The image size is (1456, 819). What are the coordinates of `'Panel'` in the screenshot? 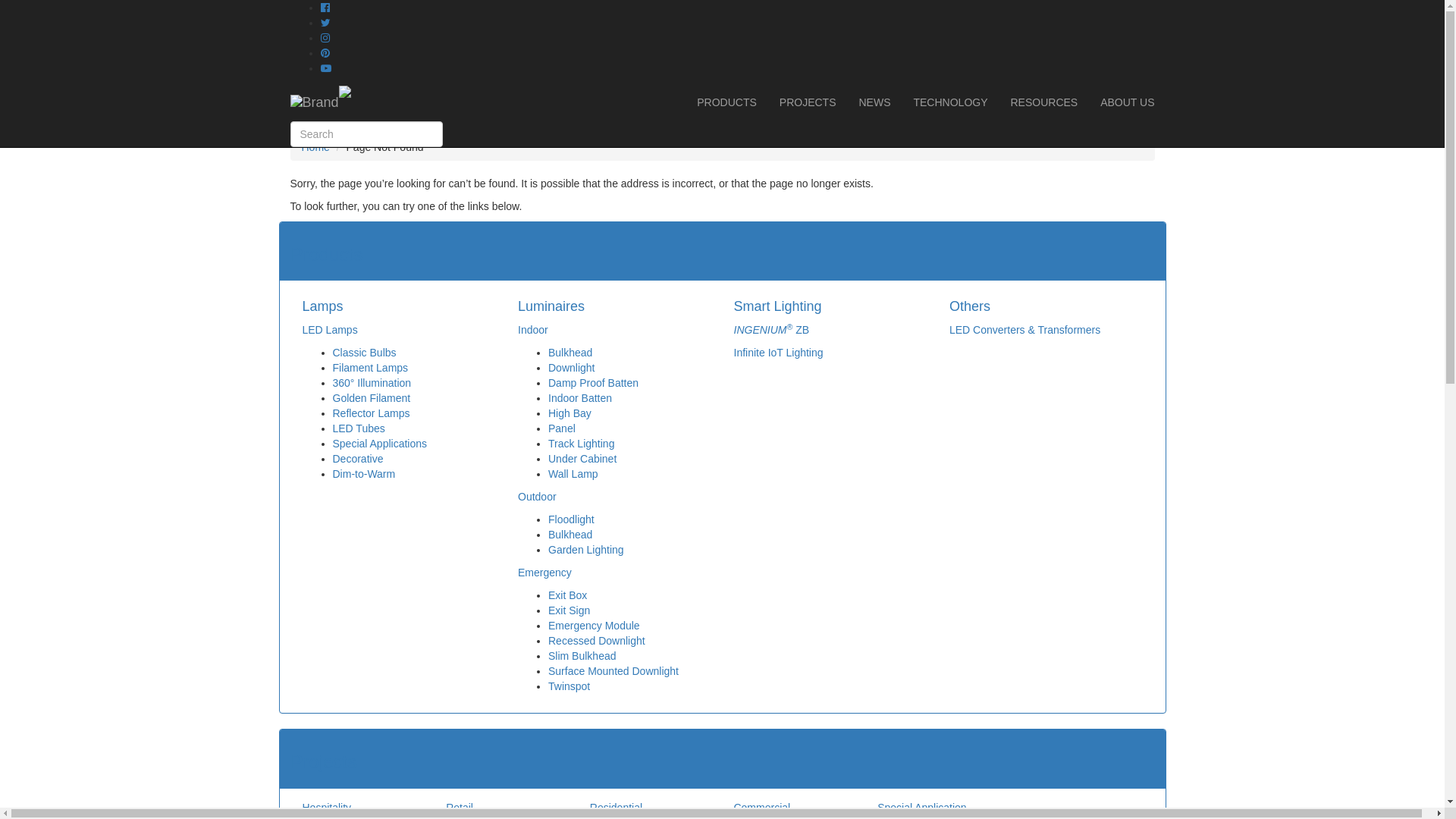 It's located at (548, 428).